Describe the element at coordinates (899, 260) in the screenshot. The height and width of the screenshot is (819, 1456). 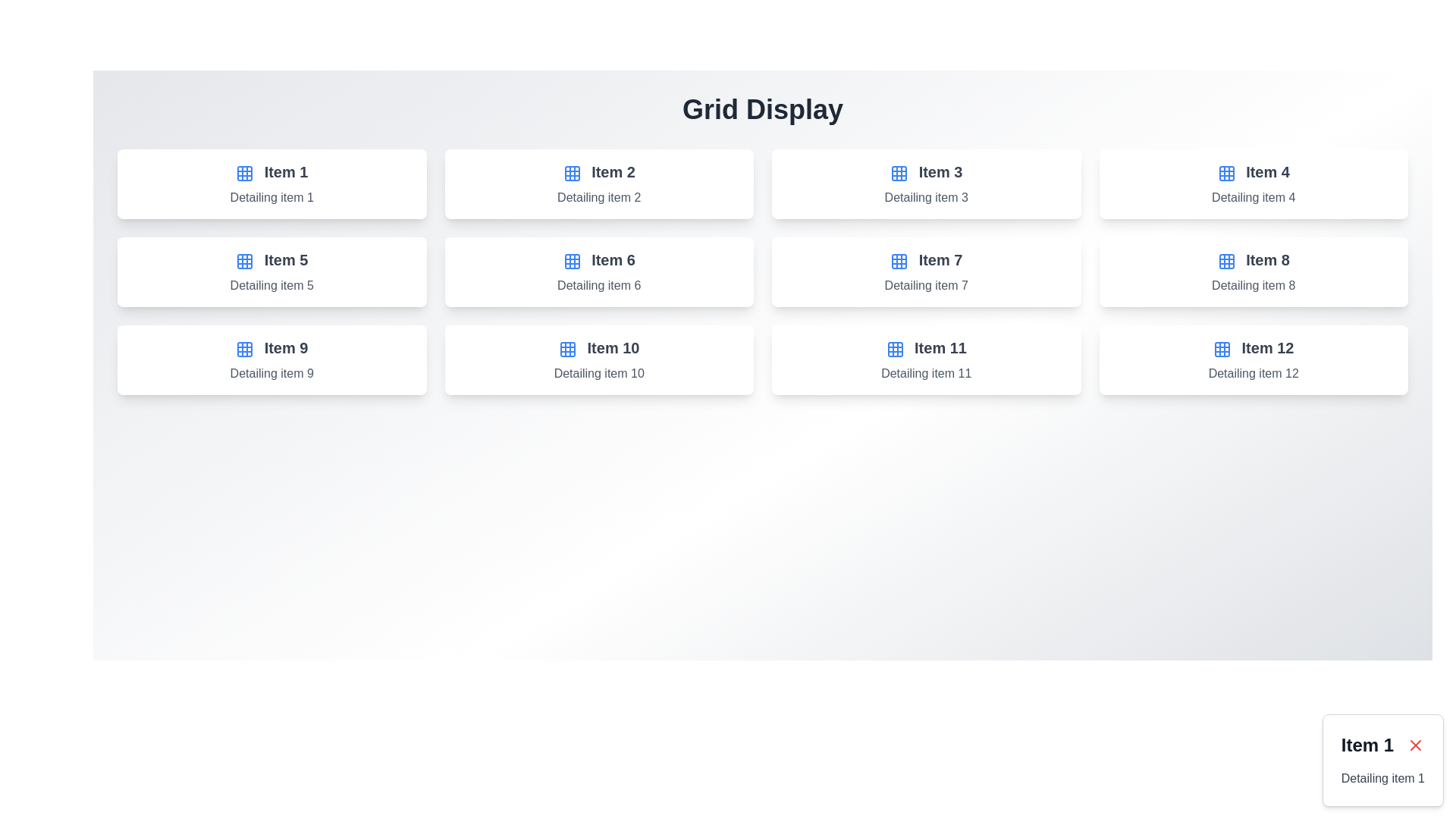
I see `the decorative icon associated with the 'Item 7' label, located in the second row, third column of the grid layout` at that location.